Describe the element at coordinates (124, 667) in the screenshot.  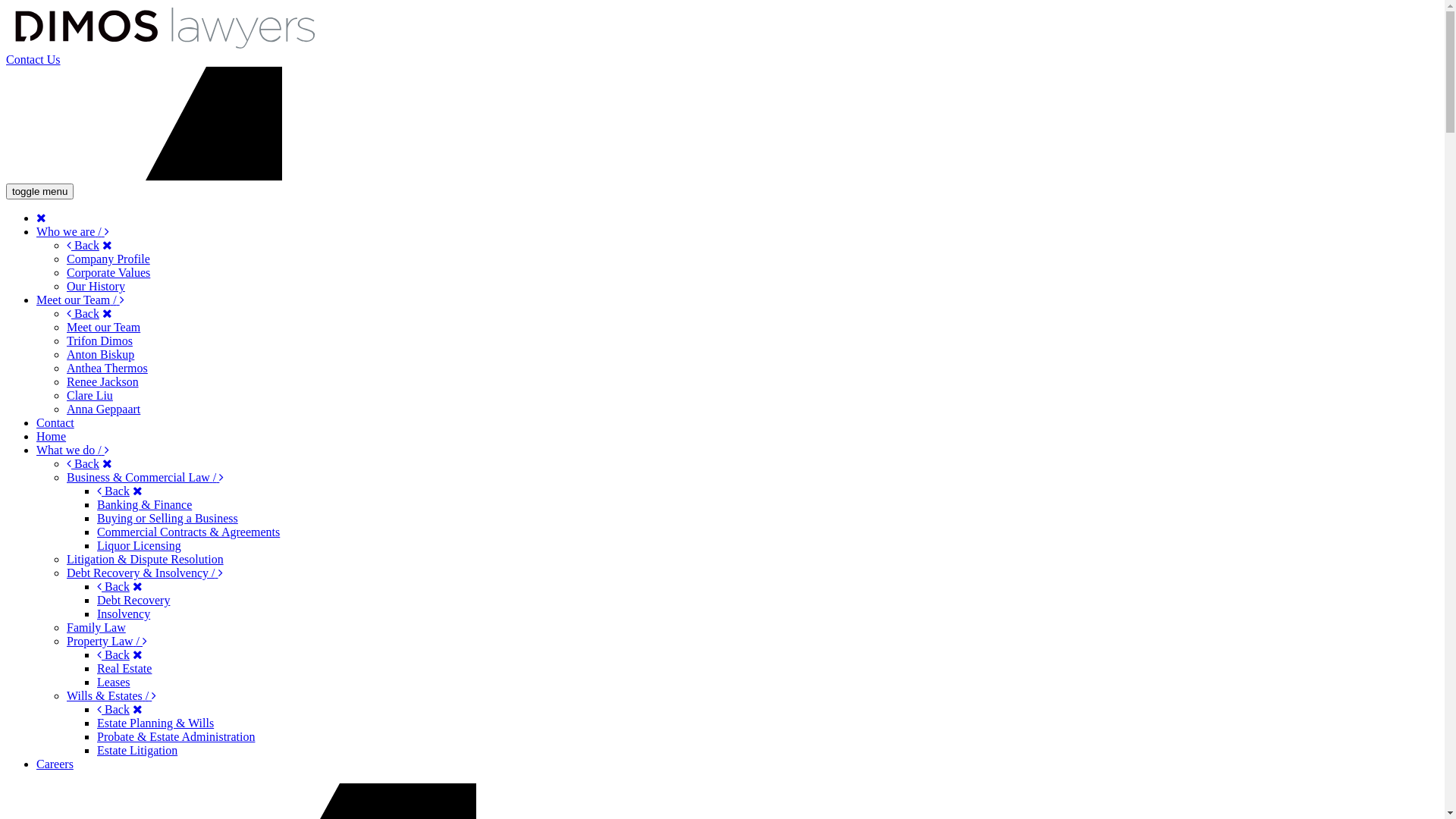
I see `'Real Estate'` at that location.